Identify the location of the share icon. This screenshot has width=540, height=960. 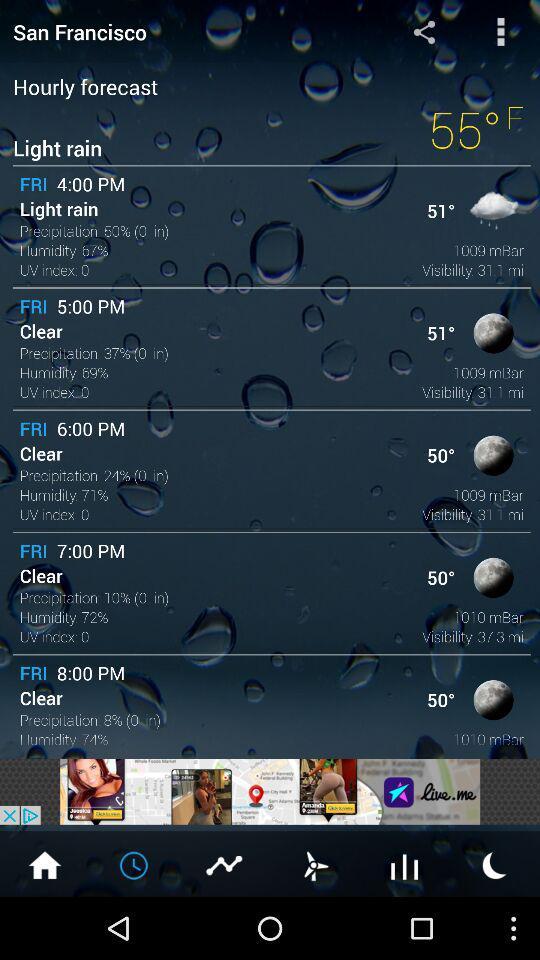
(423, 33).